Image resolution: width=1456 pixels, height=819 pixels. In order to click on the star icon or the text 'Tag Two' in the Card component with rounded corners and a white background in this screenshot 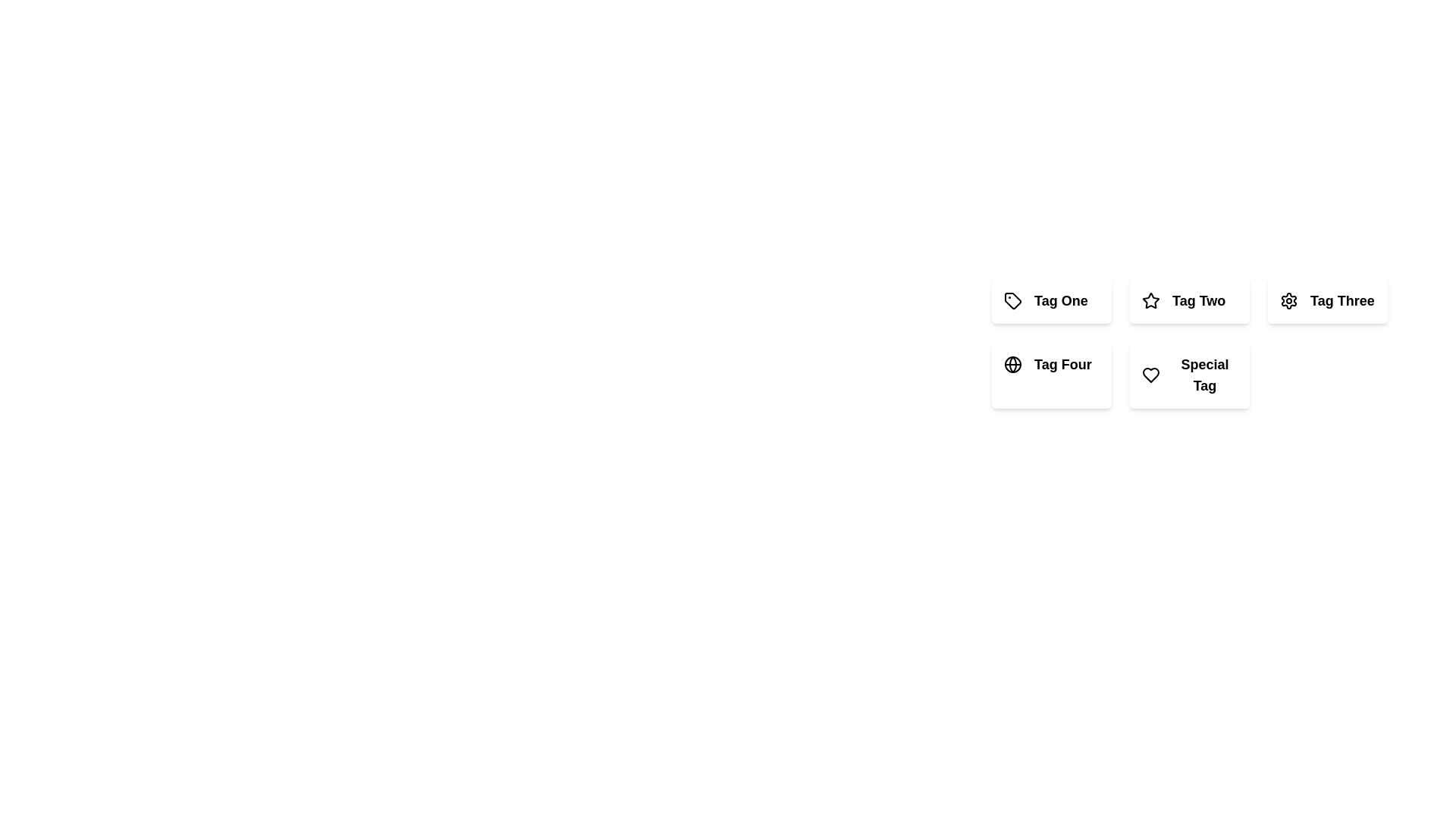, I will do `click(1189, 301)`.